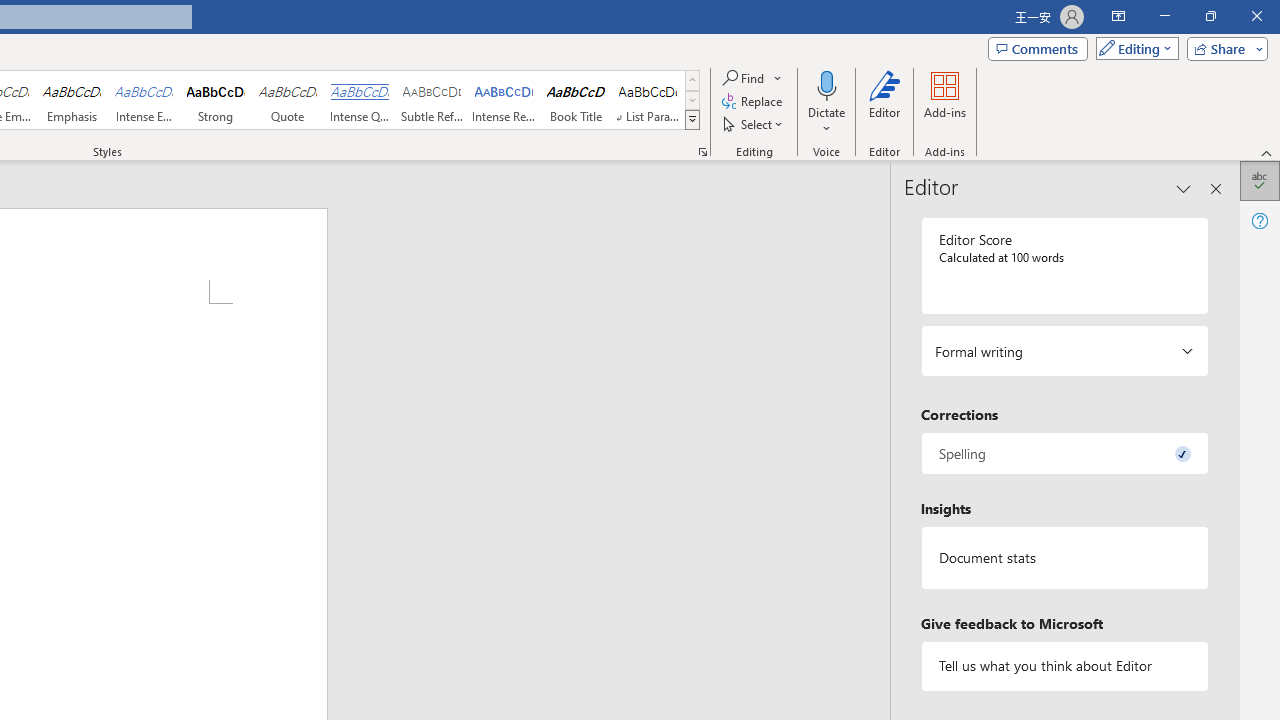  What do you see at coordinates (71, 100) in the screenshot?
I see `'Emphasis'` at bounding box center [71, 100].